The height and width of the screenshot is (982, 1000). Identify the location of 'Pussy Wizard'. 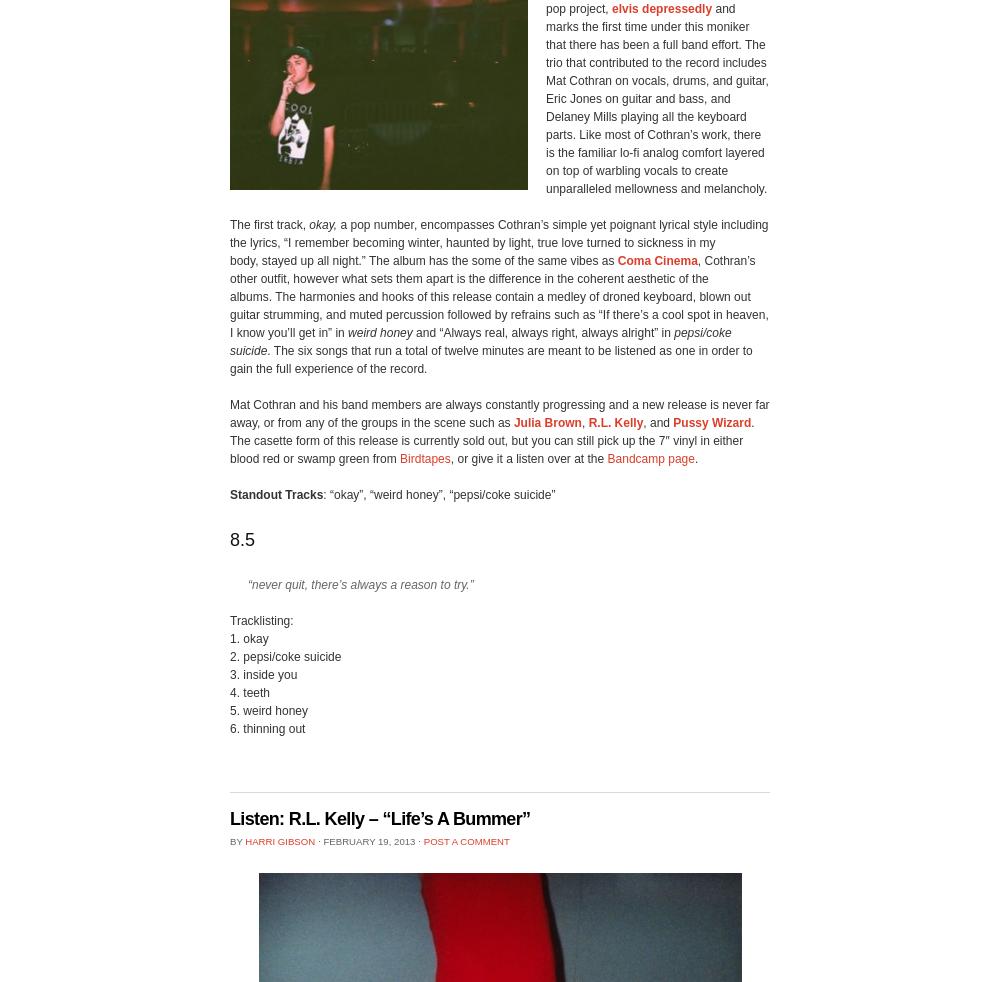
(711, 423).